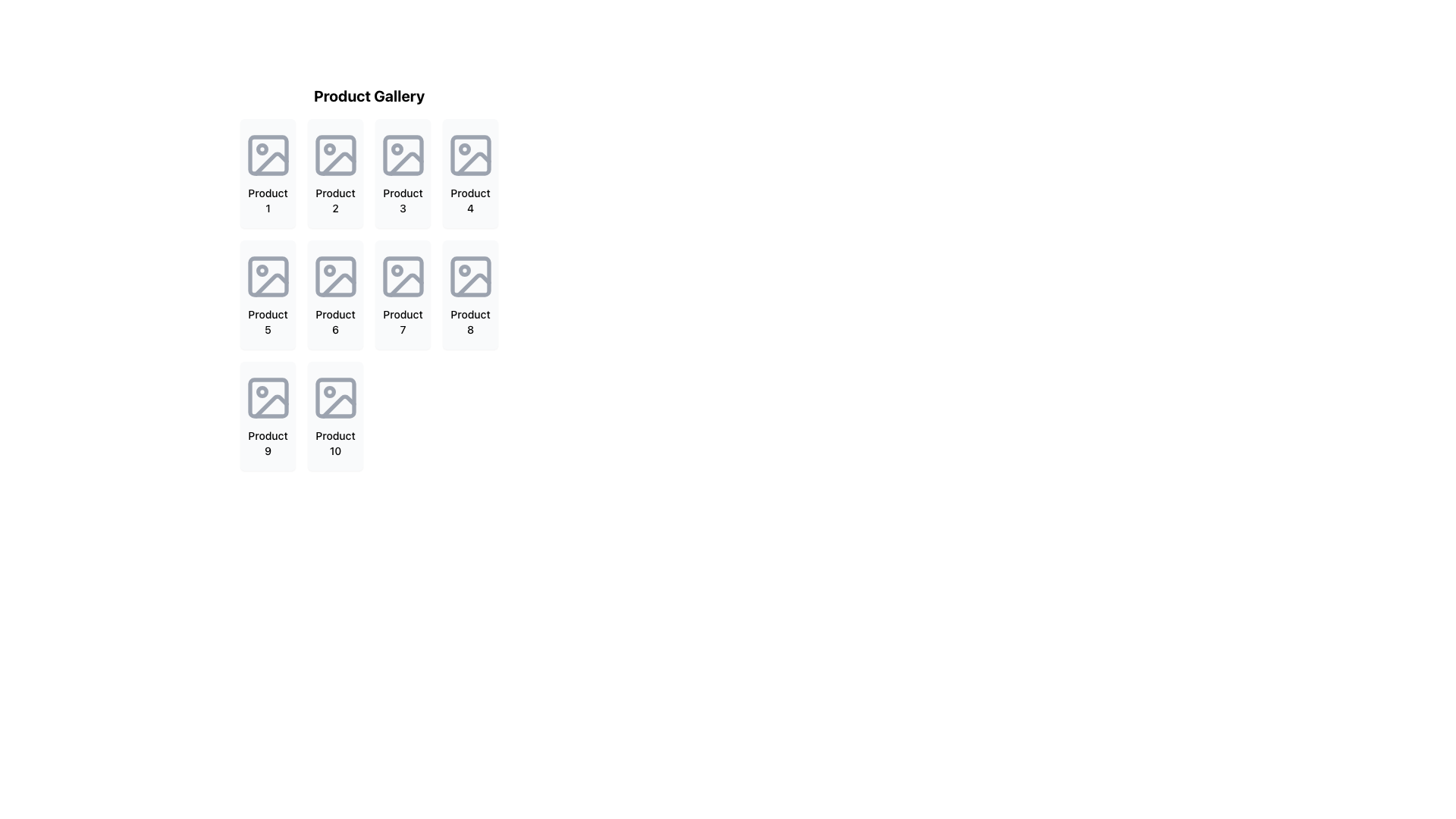  I want to click on text label 'Product 8' which is centrally aligned and located in the fourth column of the second row from the bottom in the product grid, so click(469, 321).